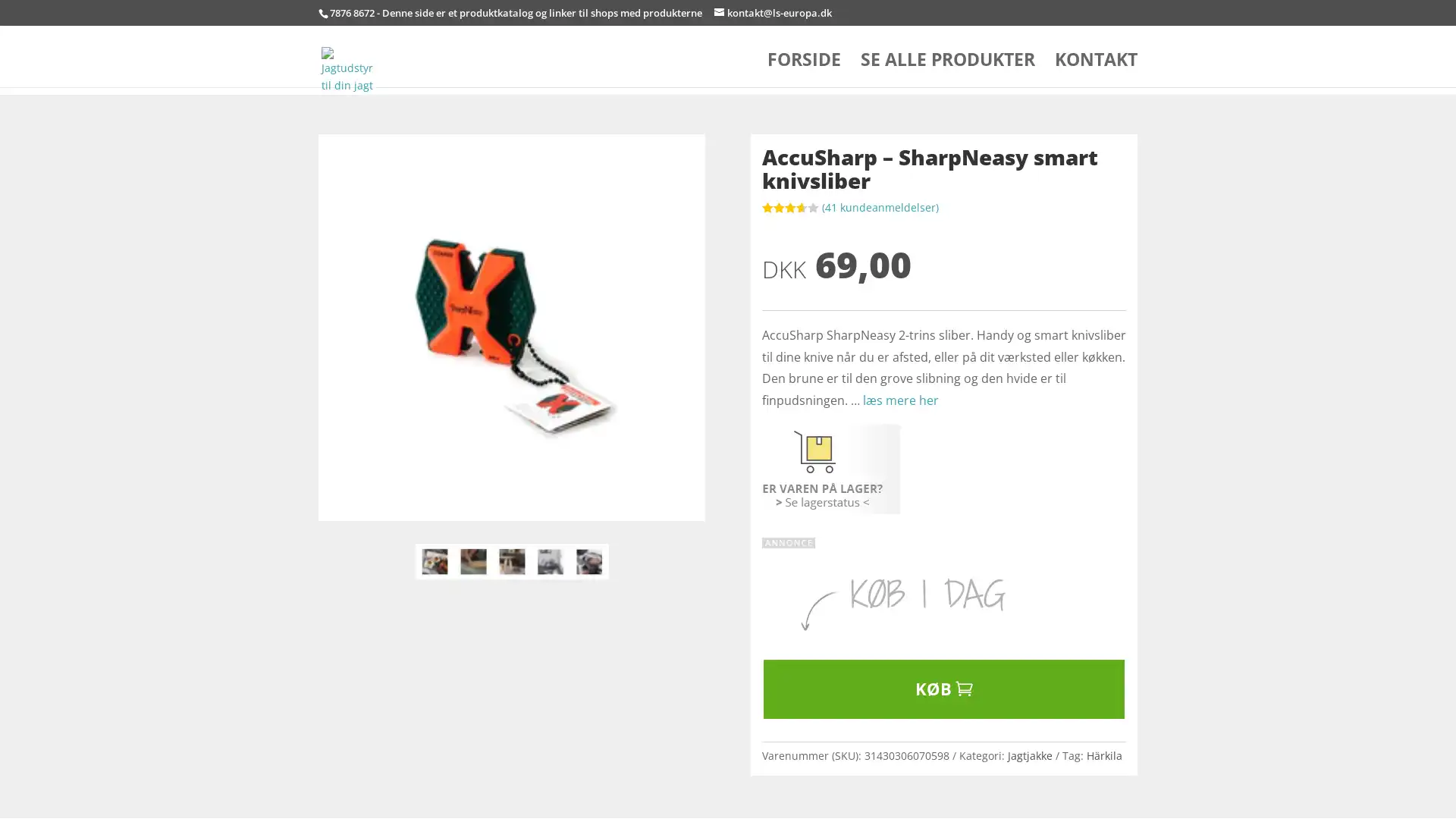 This screenshot has height=819, width=1456. I want to click on KB, so click(942, 673).